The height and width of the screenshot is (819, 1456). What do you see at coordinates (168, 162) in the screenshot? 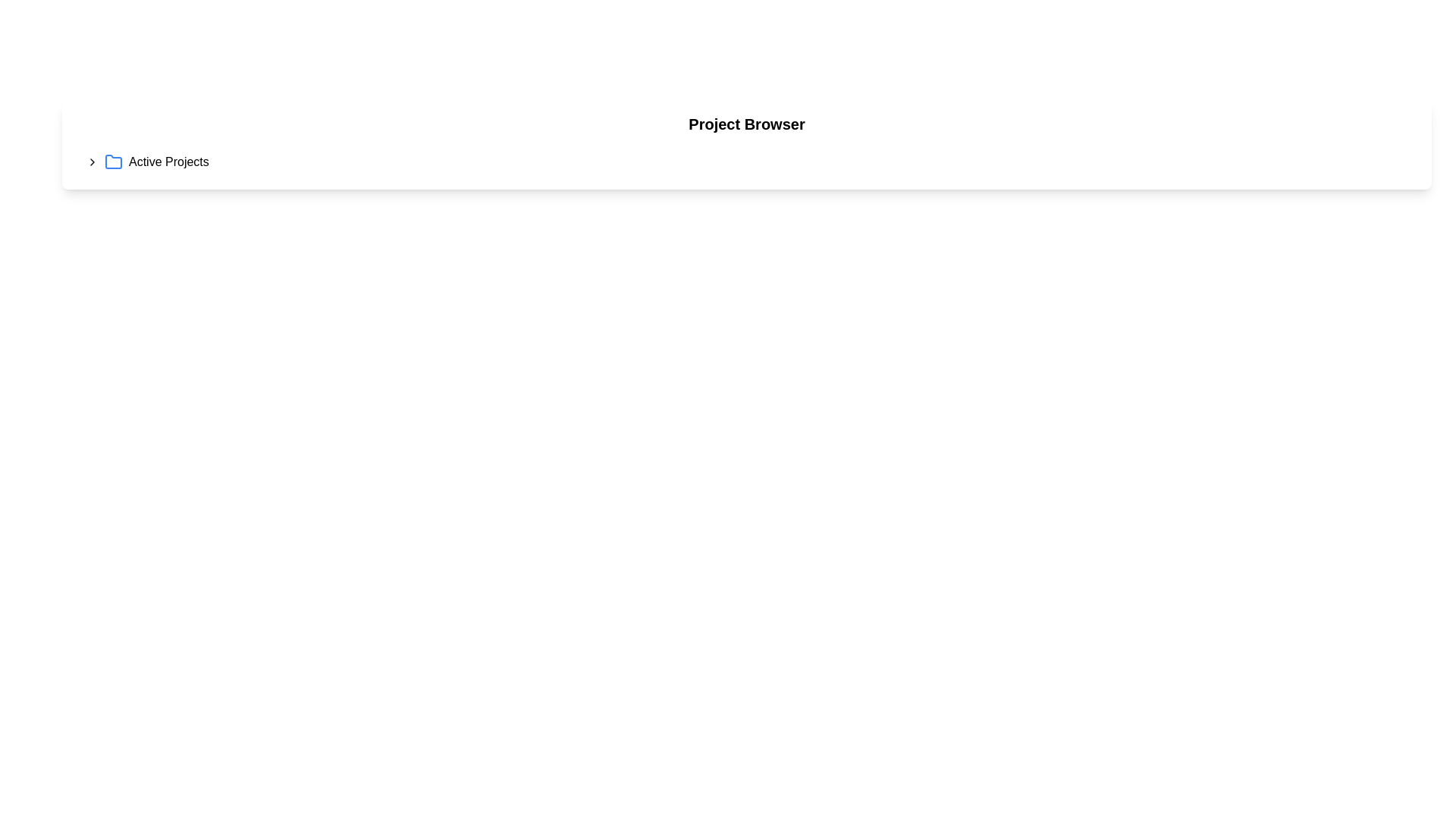
I see `the text label displaying 'Active Projects', which is positioned to the right of a blue folder icon in the main interface` at bounding box center [168, 162].